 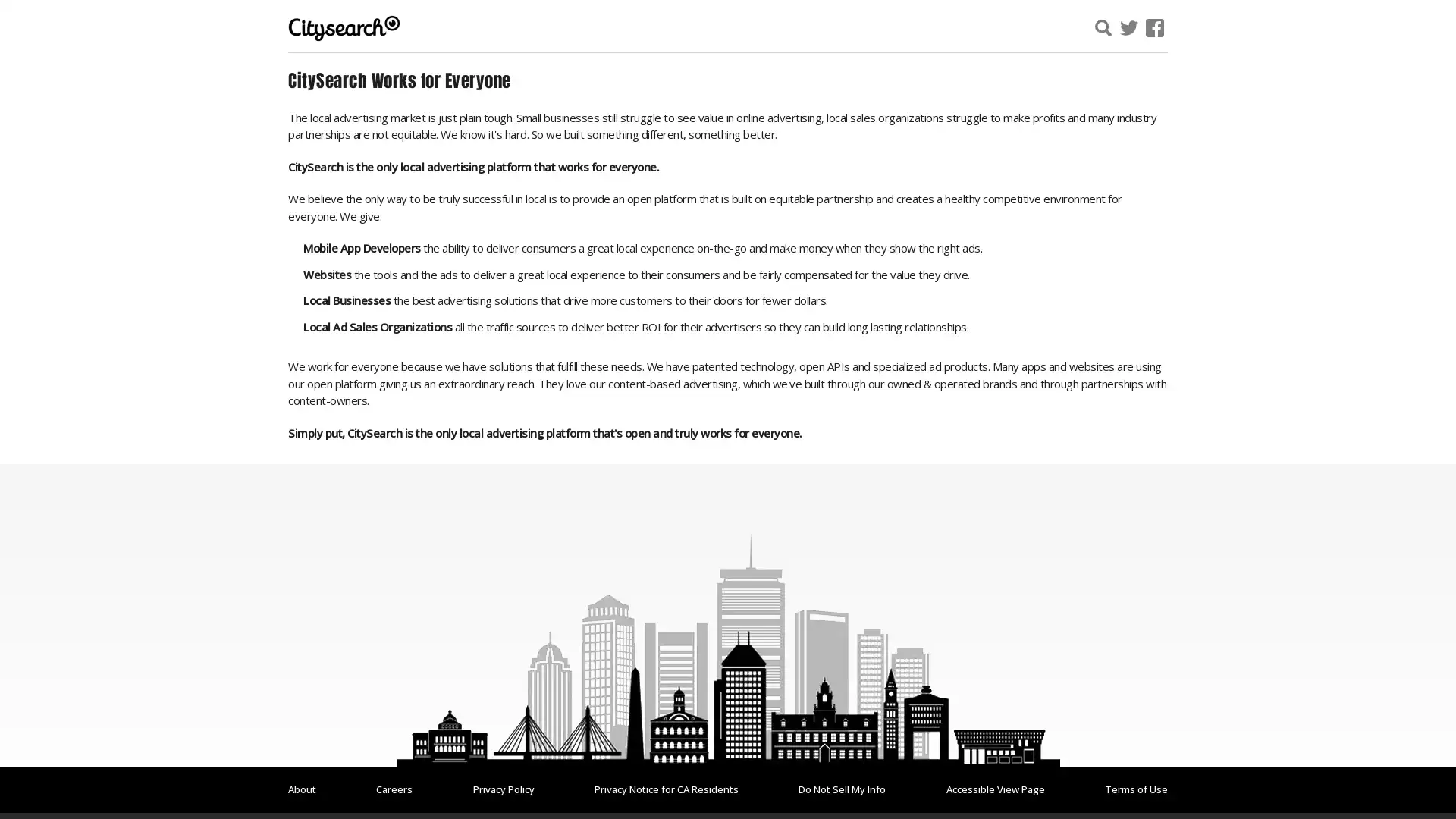 I want to click on Search, so click(x=1284, y=30).